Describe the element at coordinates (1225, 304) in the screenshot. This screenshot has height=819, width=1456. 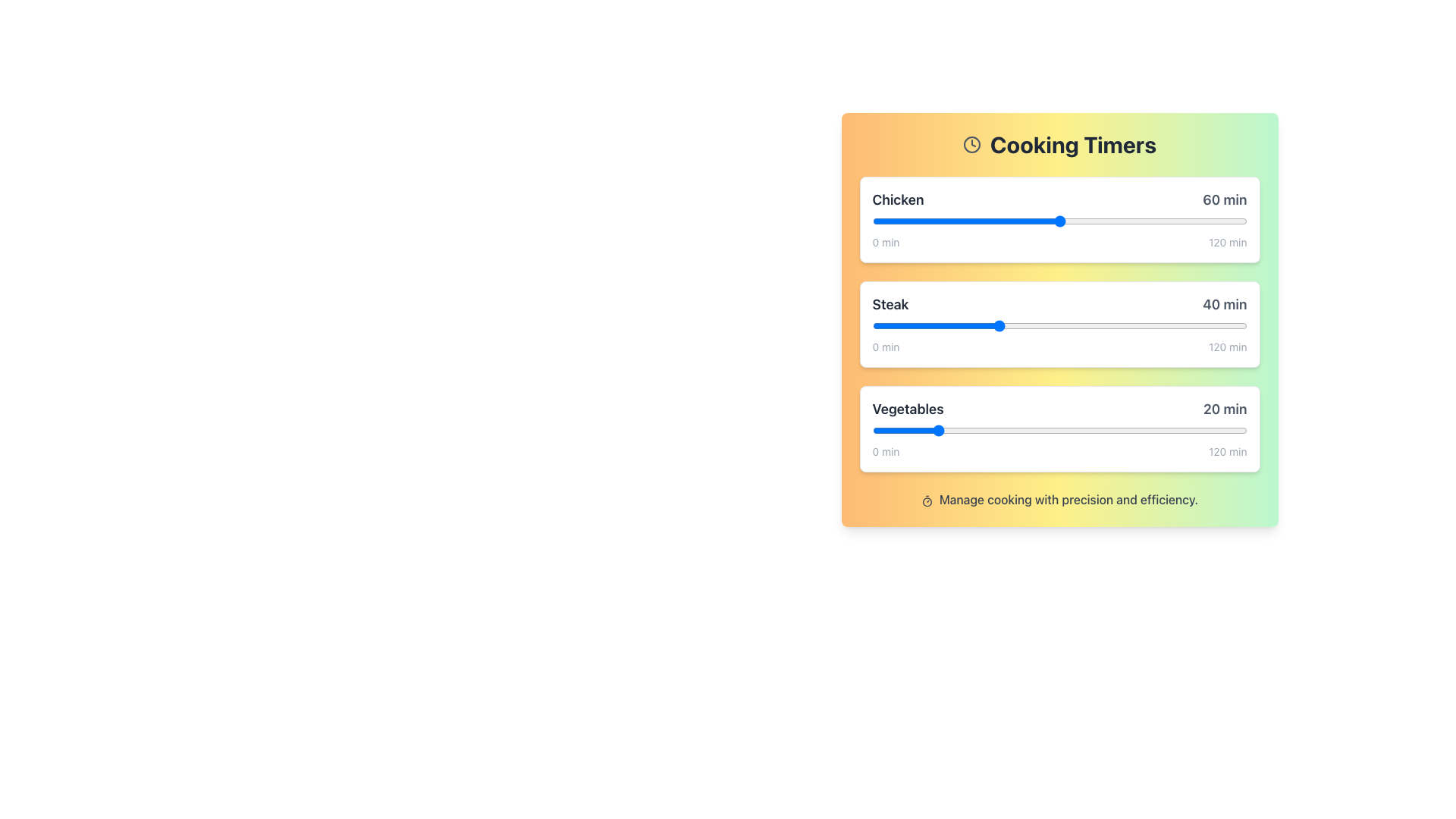
I see `the text component displaying '40 min', which is part of the 'Steak' timer module and is positioned adjacent to the horizontal slider` at that location.